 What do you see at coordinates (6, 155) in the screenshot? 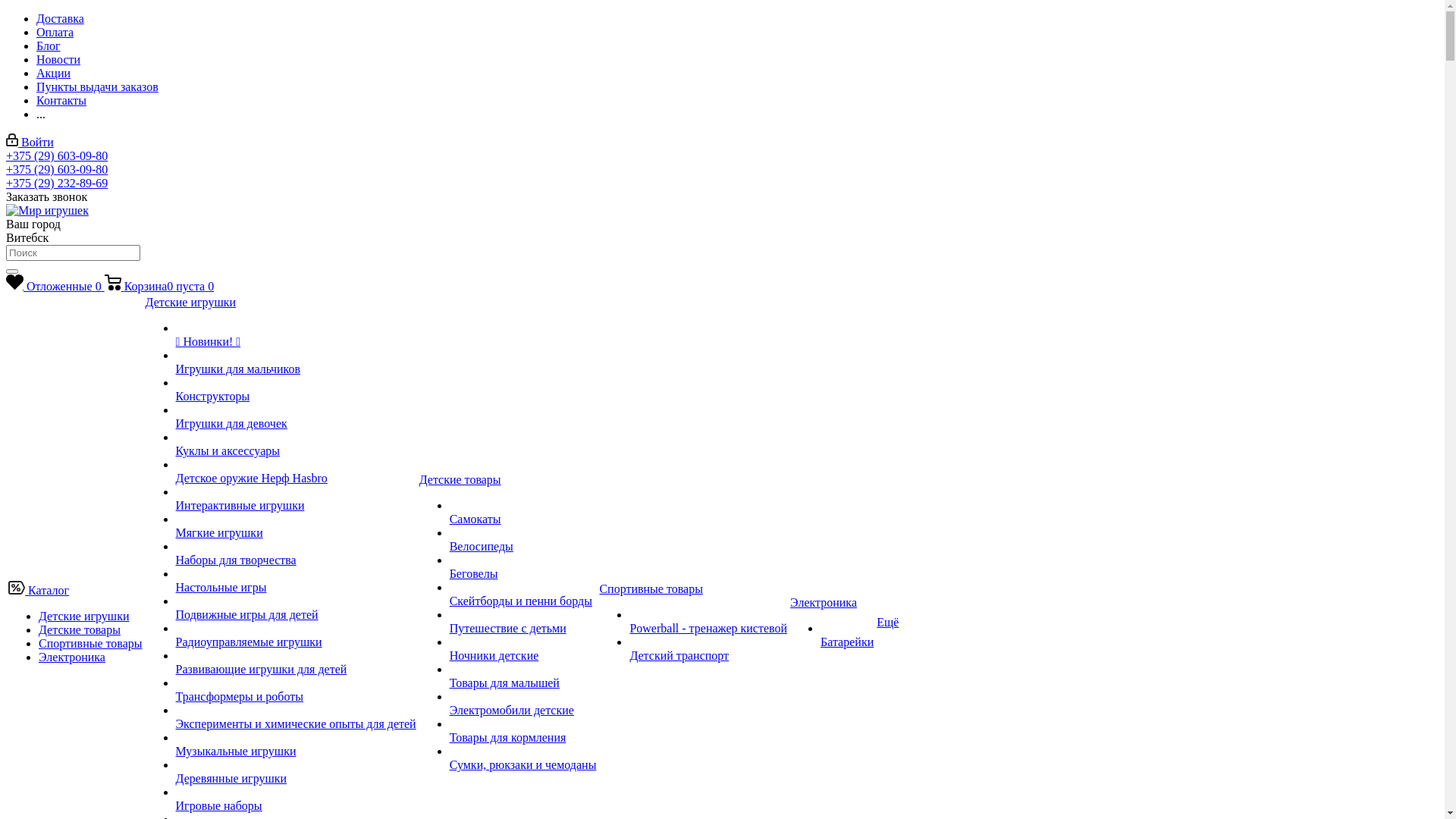
I see `'+375 (29) 603-09-80'` at bounding box center [6, 155].